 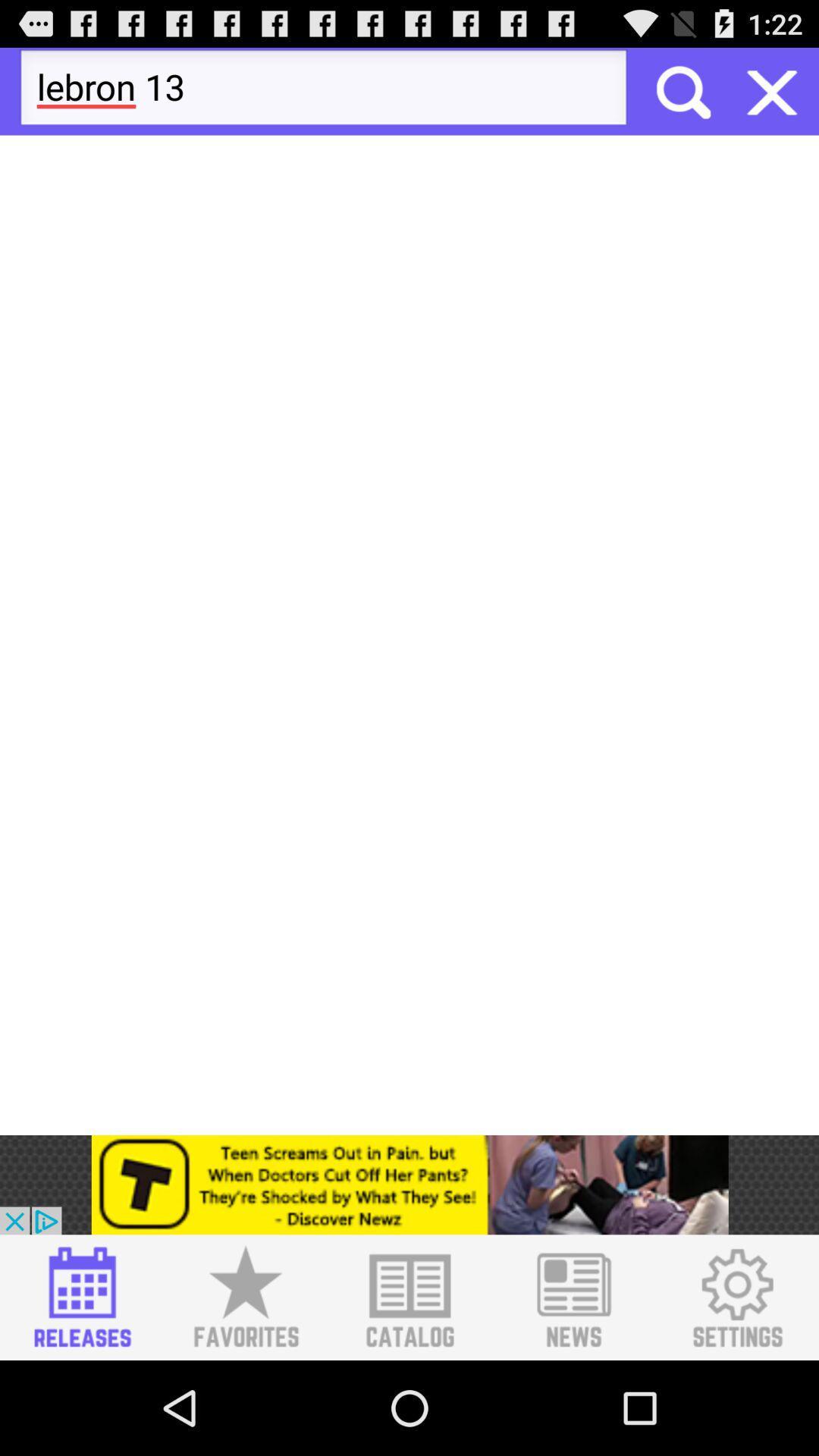 I want to click on catalog list, so click(x=409, y=1297).